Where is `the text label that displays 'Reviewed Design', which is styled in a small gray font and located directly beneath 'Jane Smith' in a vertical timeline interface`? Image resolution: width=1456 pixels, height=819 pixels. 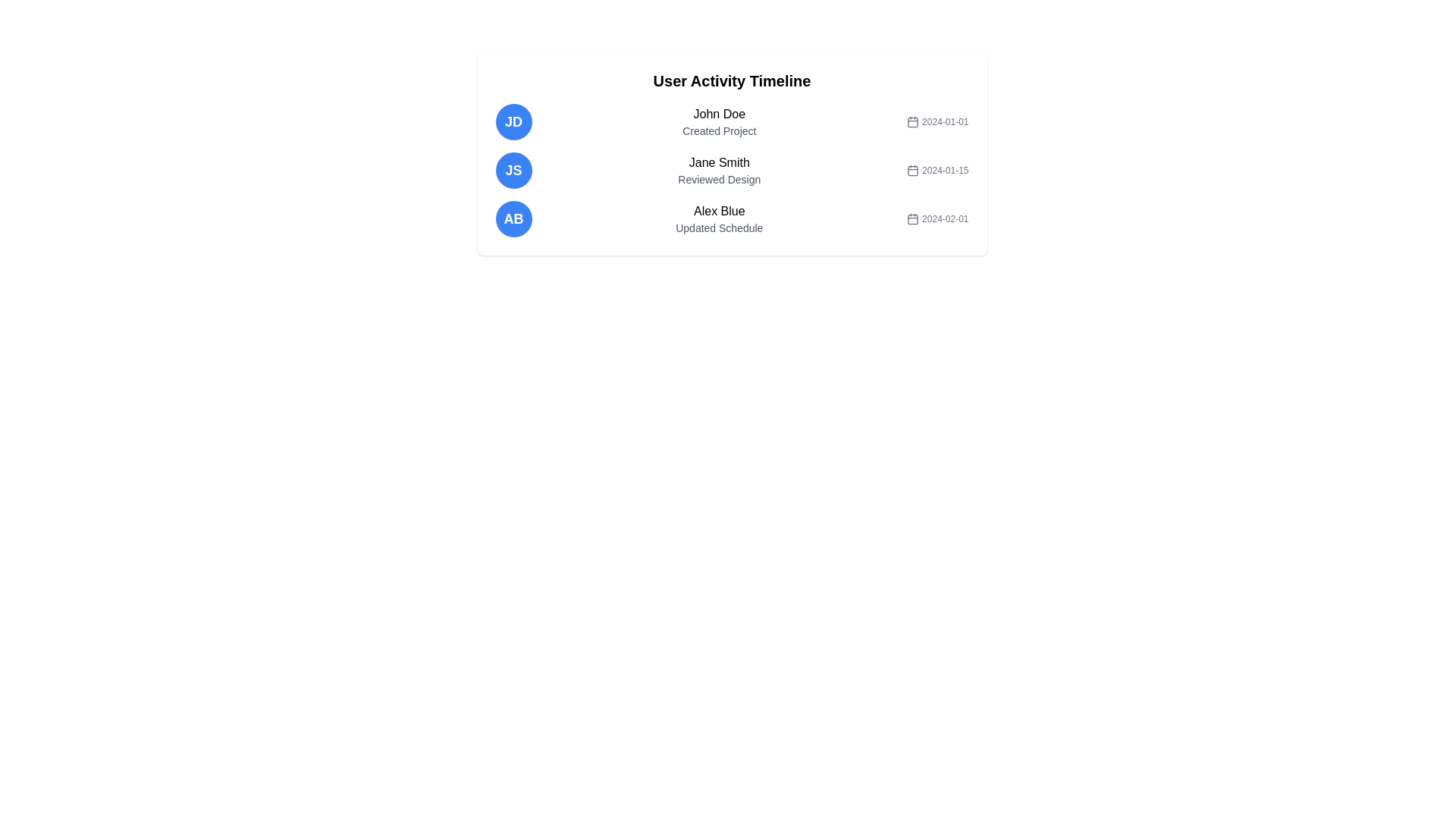
the text label that displays 'Reviewed Design', which is styled in a small gray font and located directly beneath 'Jane Smith' in a vertical timeline interface is located at coordinates (718, 178).